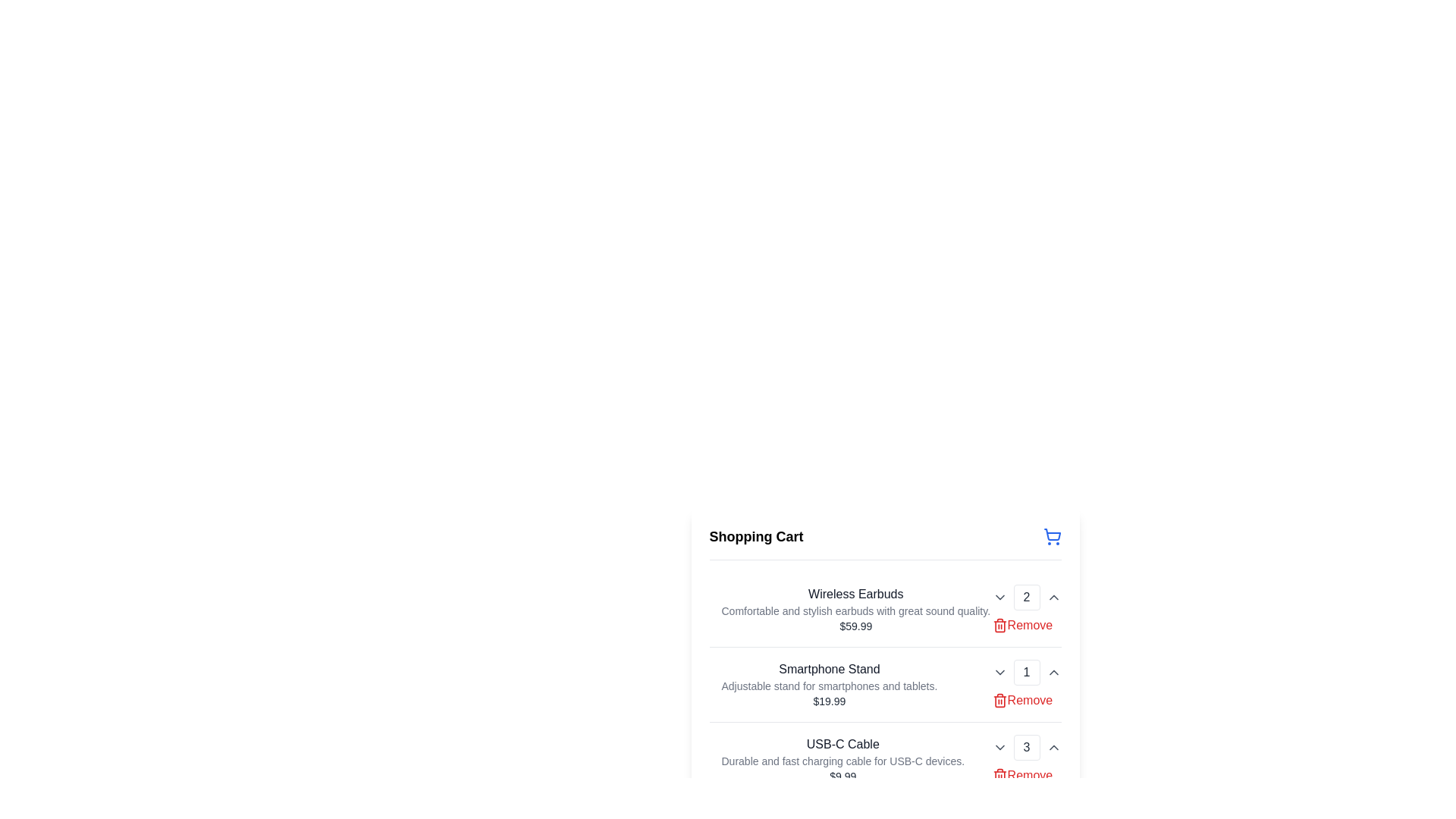 This screenshot has height=819, width=1456. What do you see at coordinates (855, 626) in the screenshot?
I see `the text element displaying the price '$59.99' in gray font, located under the 'Wireless Earbuds' heading in the shopping cart interface` at bounding box center [855, 626].